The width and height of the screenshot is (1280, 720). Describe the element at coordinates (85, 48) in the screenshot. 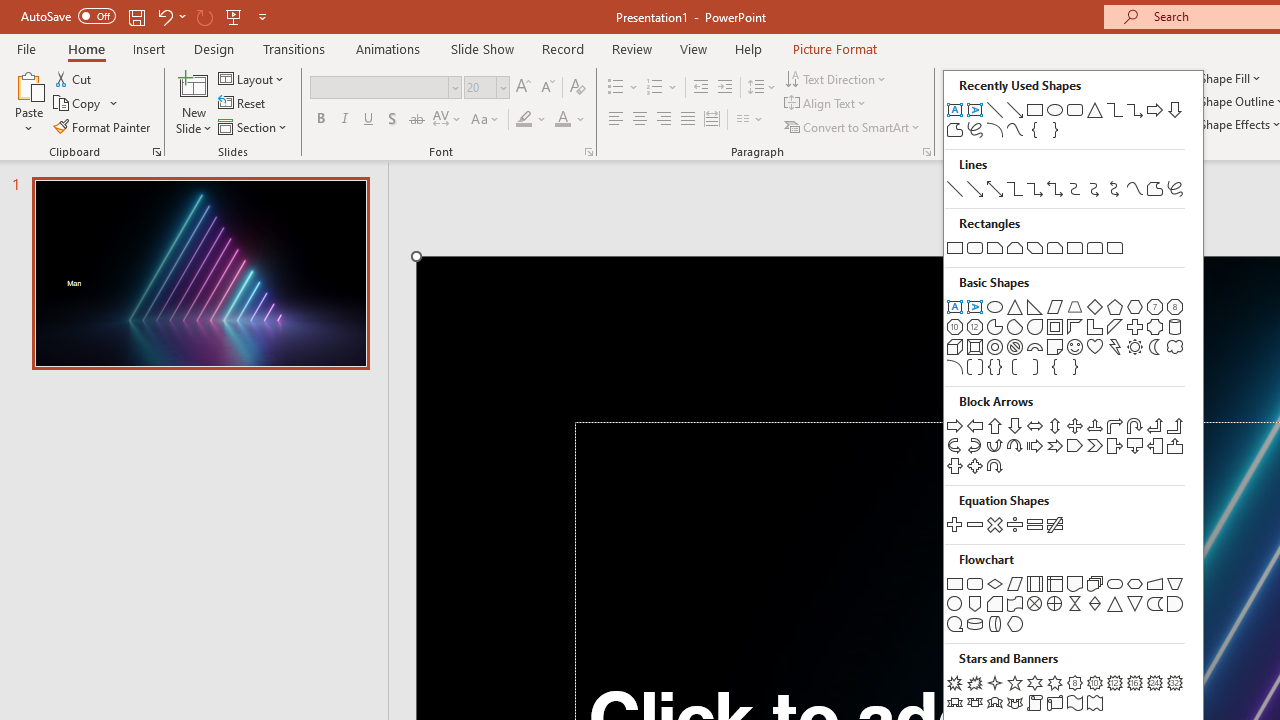

I see `'Home'` at that location.